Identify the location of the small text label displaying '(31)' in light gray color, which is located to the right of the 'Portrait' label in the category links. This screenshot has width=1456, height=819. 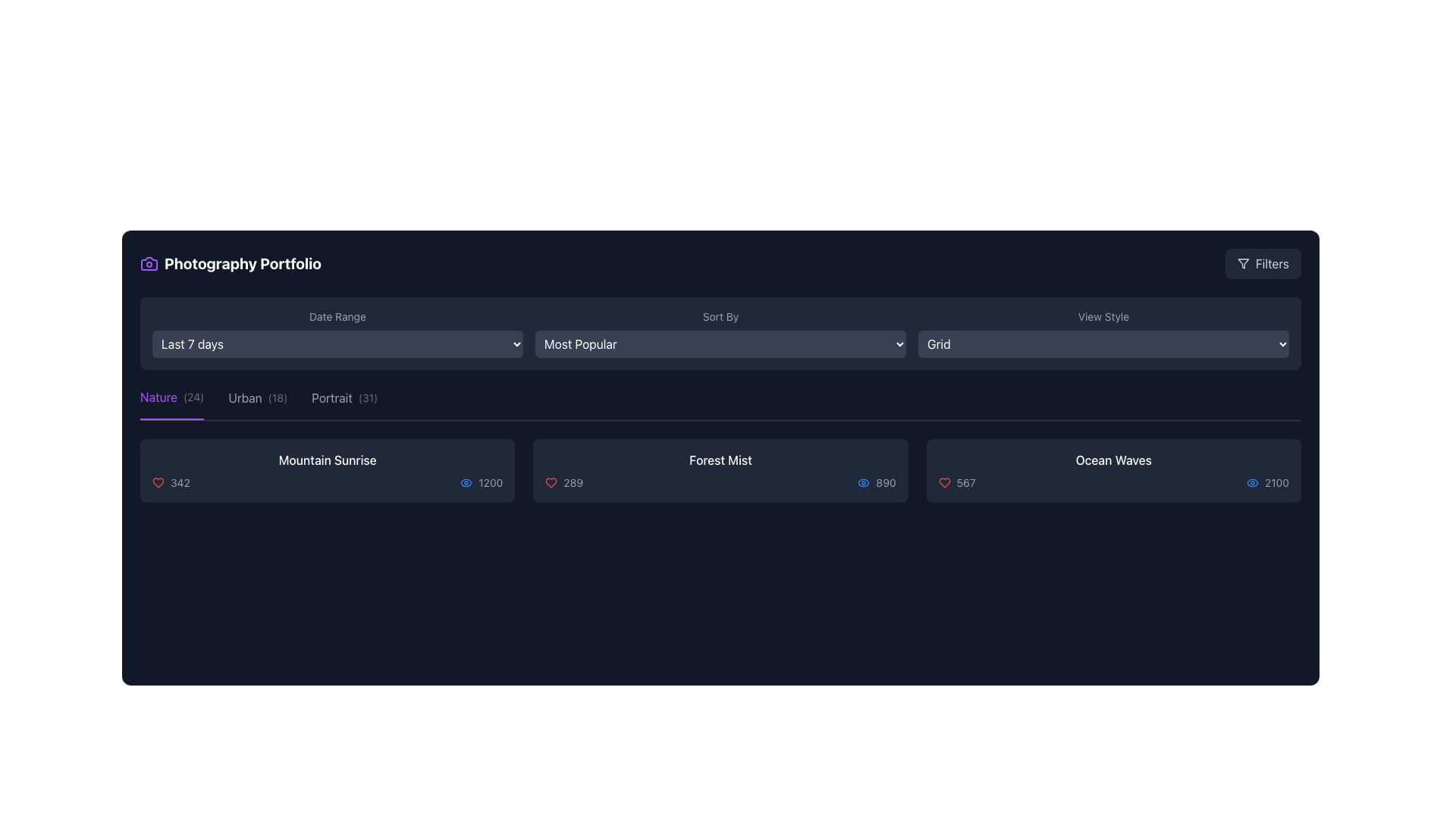
(368, 397).